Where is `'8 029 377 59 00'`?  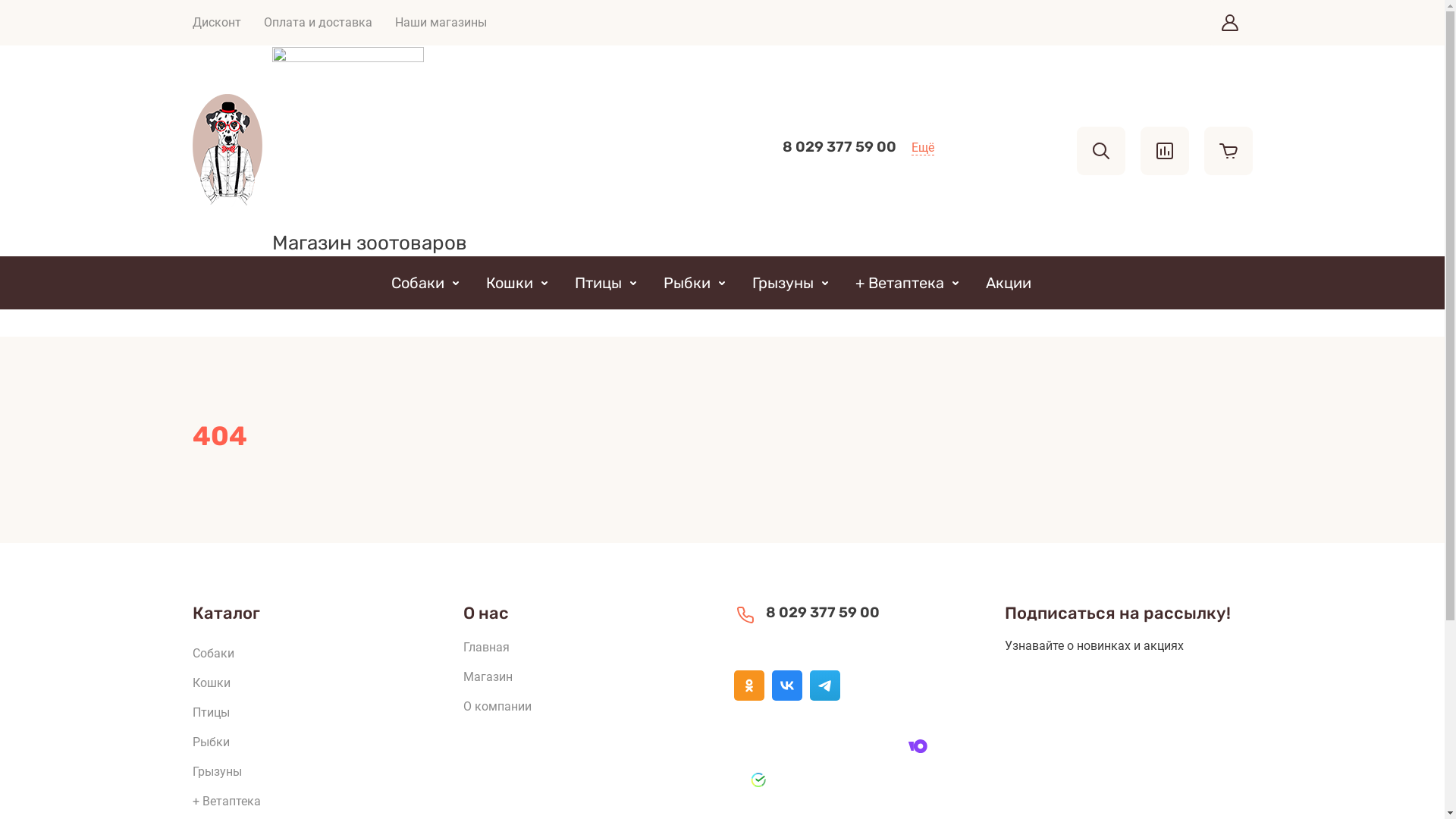
'8 029 377 59 00' is located at coordinates (821, 611).